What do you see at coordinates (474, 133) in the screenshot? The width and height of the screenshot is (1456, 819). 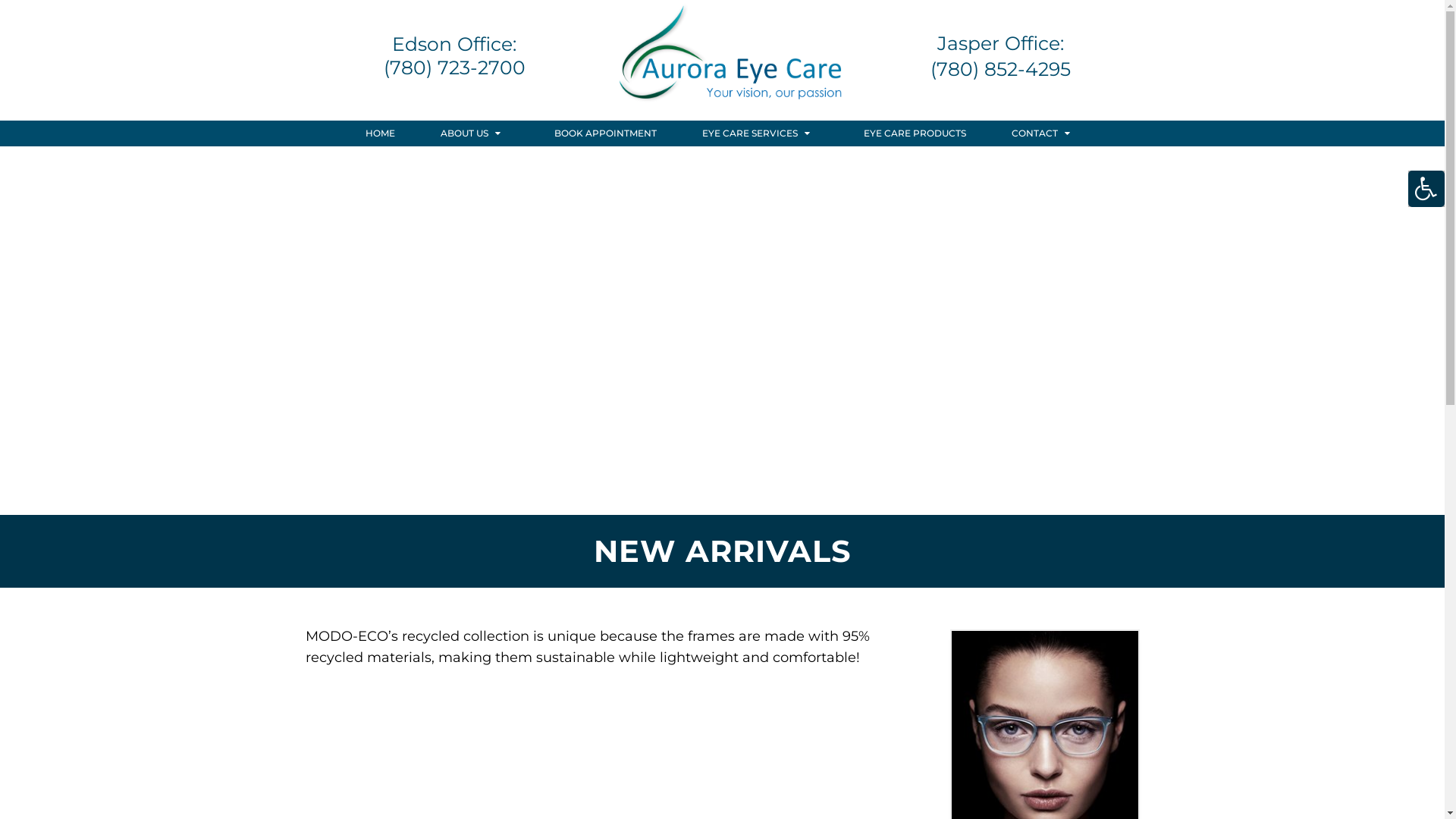 I see `'ABOUT US'` at bounding box center [474, 133].